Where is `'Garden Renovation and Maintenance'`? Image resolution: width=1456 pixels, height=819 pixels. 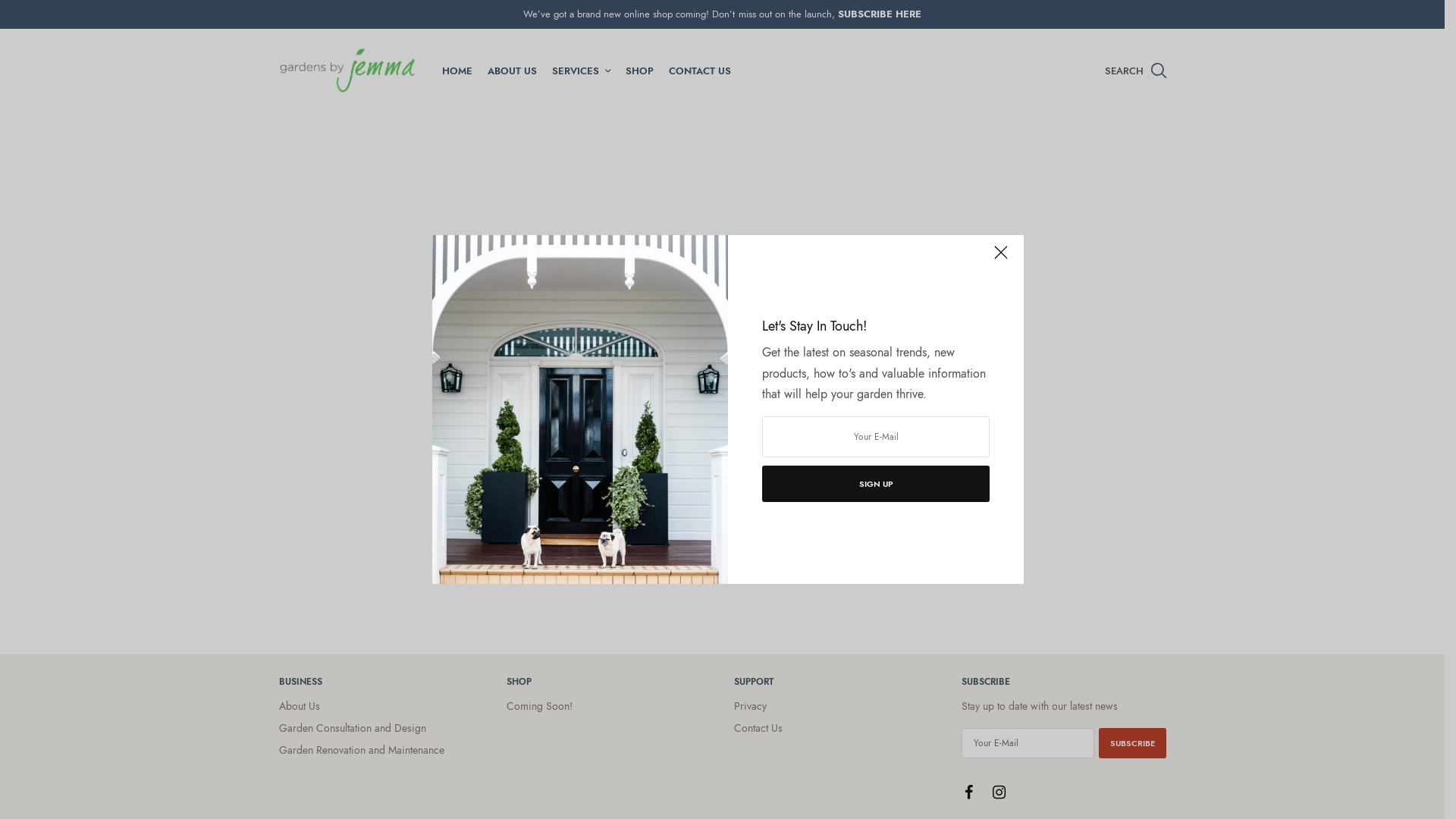
'Garden Renovation and Maintenance' is located at coordinates (279, 748).